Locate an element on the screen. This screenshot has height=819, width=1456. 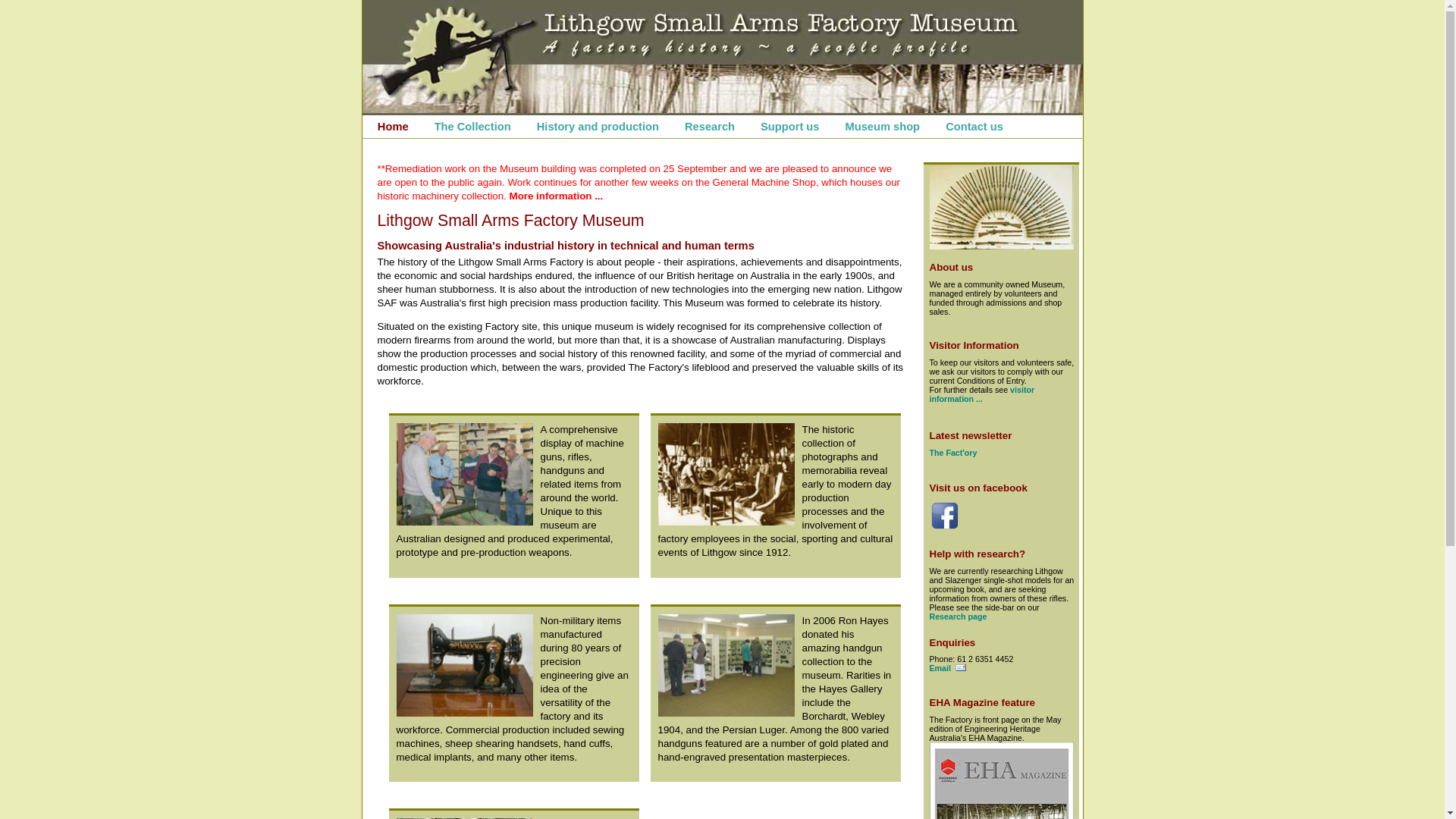
'The Fact'ory' is located at coordinates (952, 452).